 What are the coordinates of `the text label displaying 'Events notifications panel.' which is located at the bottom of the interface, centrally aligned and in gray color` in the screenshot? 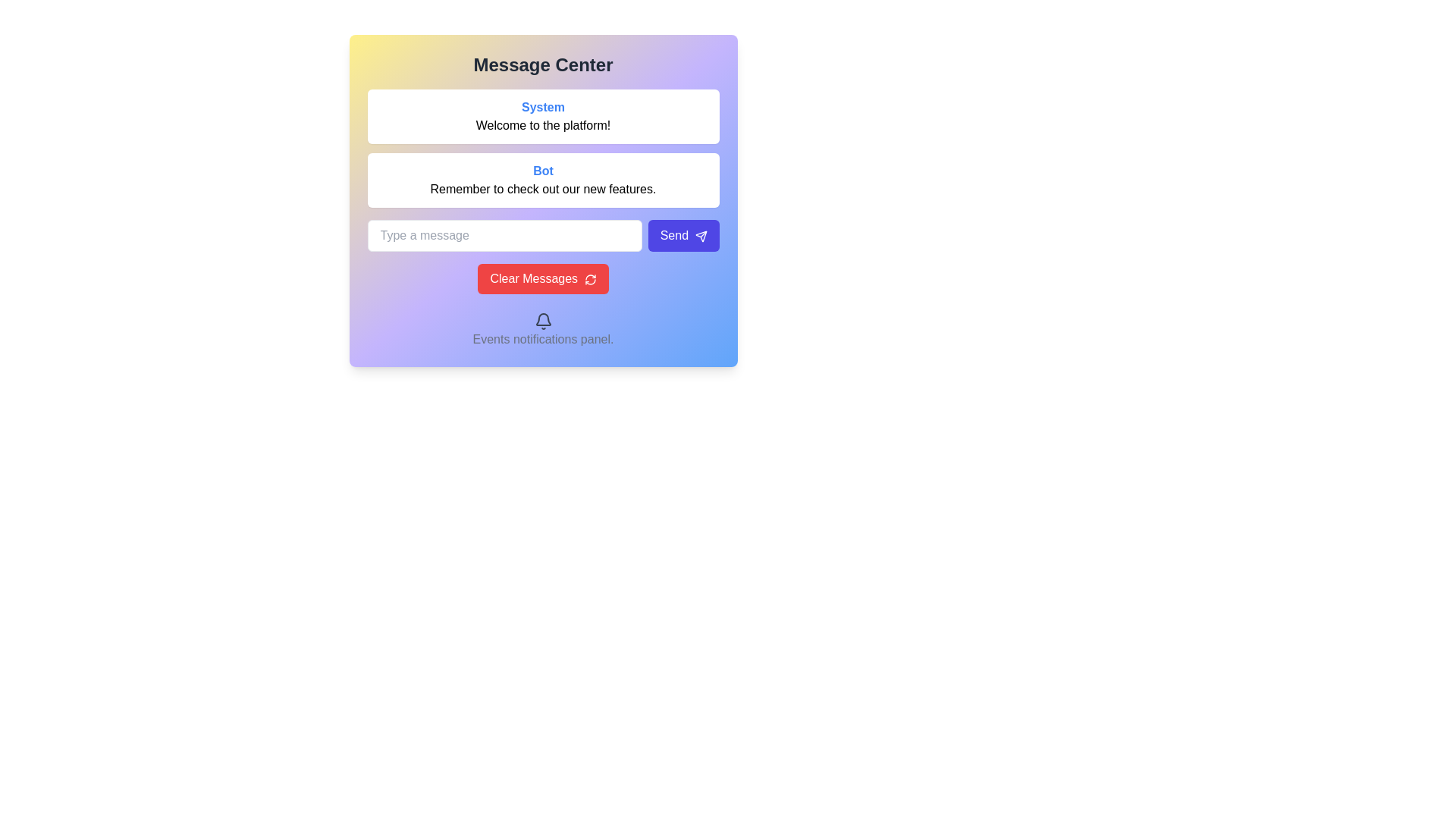 It's located at (543, 338).